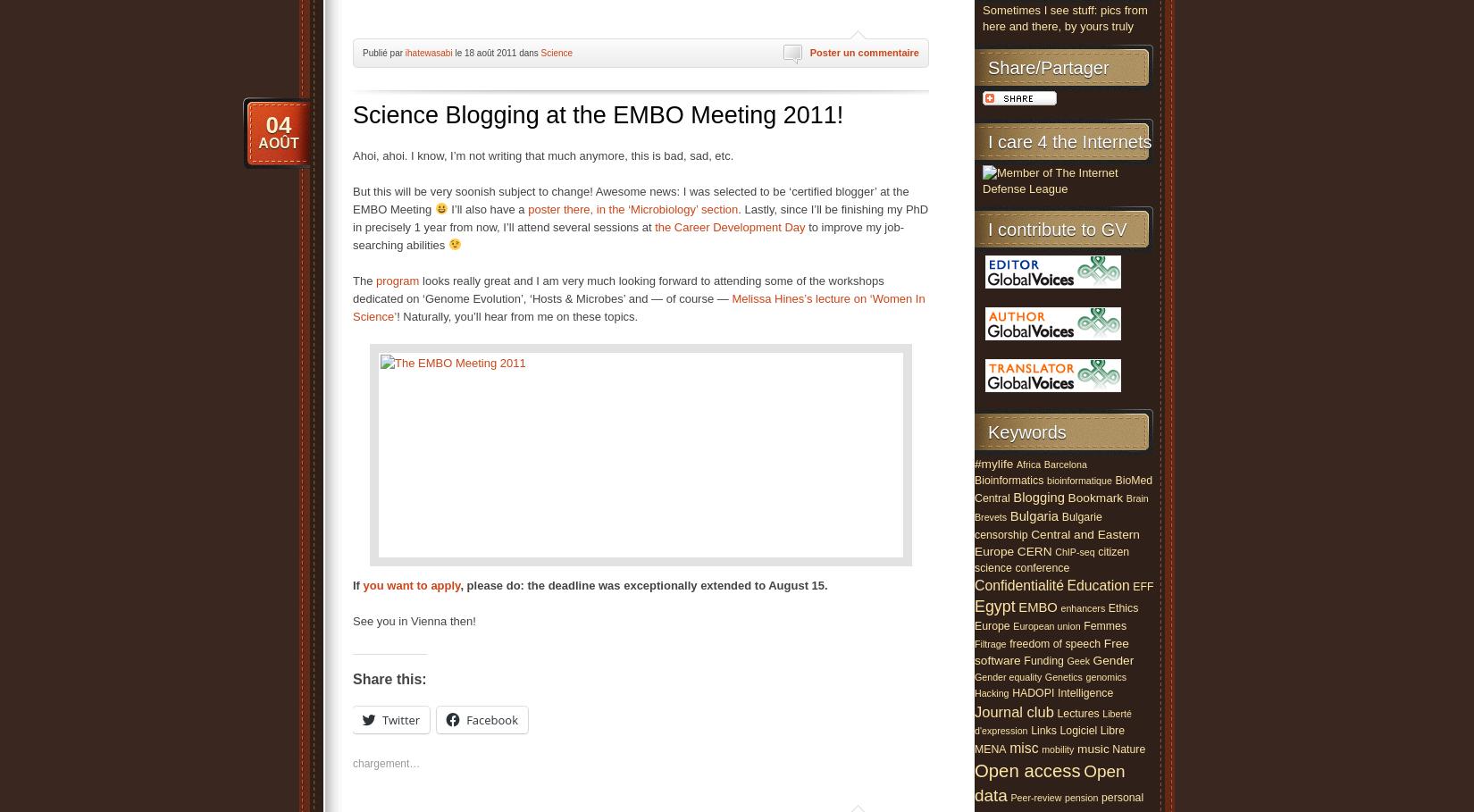 The image size is (1474, 812). Describe the element at coordinates (353, 279) in the screenshot. I see `'The'` at that location.